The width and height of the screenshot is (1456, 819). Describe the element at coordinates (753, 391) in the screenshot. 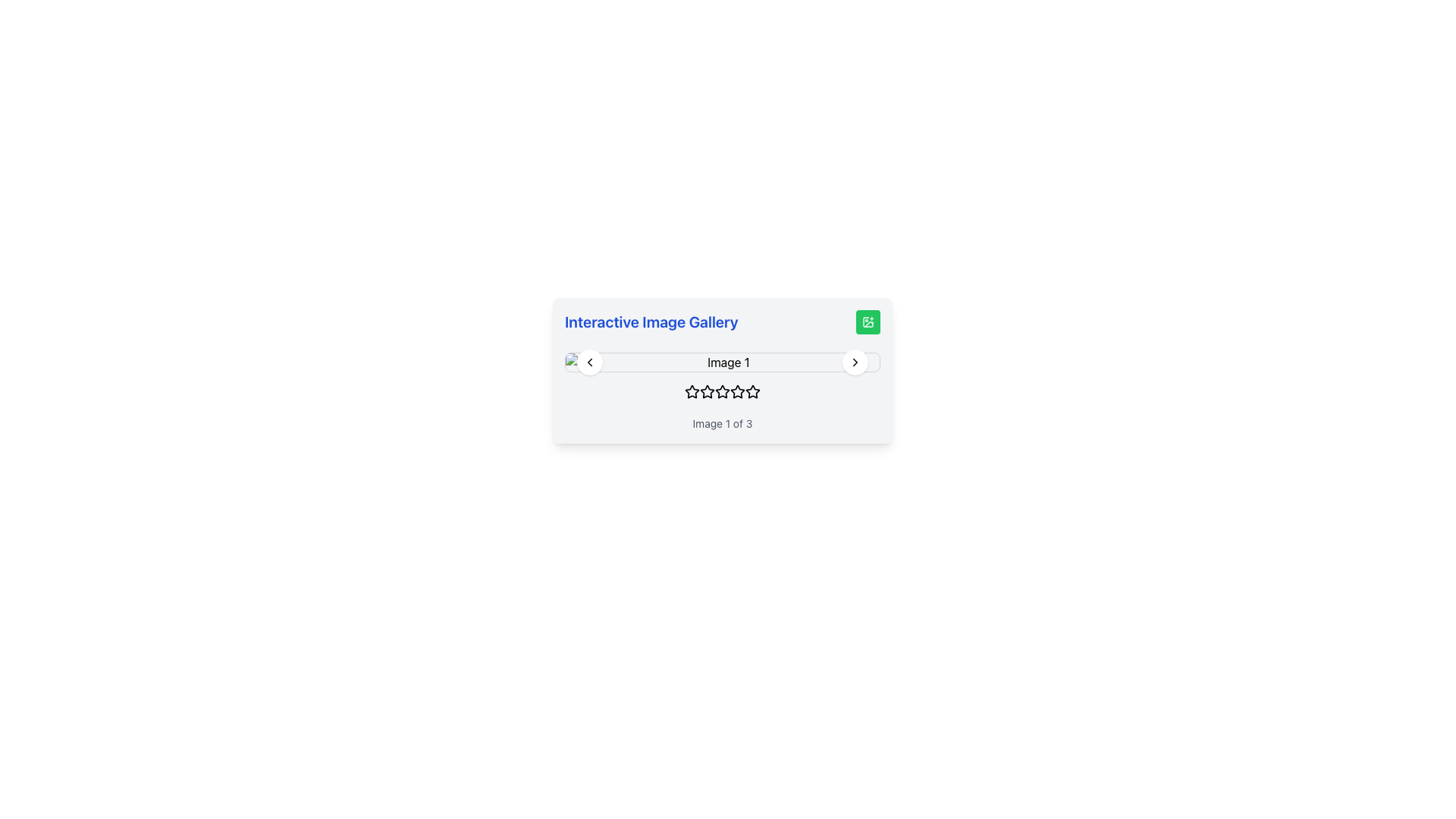

I see `the fifth star in the sequence of rating stars below the title 'Interactive Image Gallery'` at that location.